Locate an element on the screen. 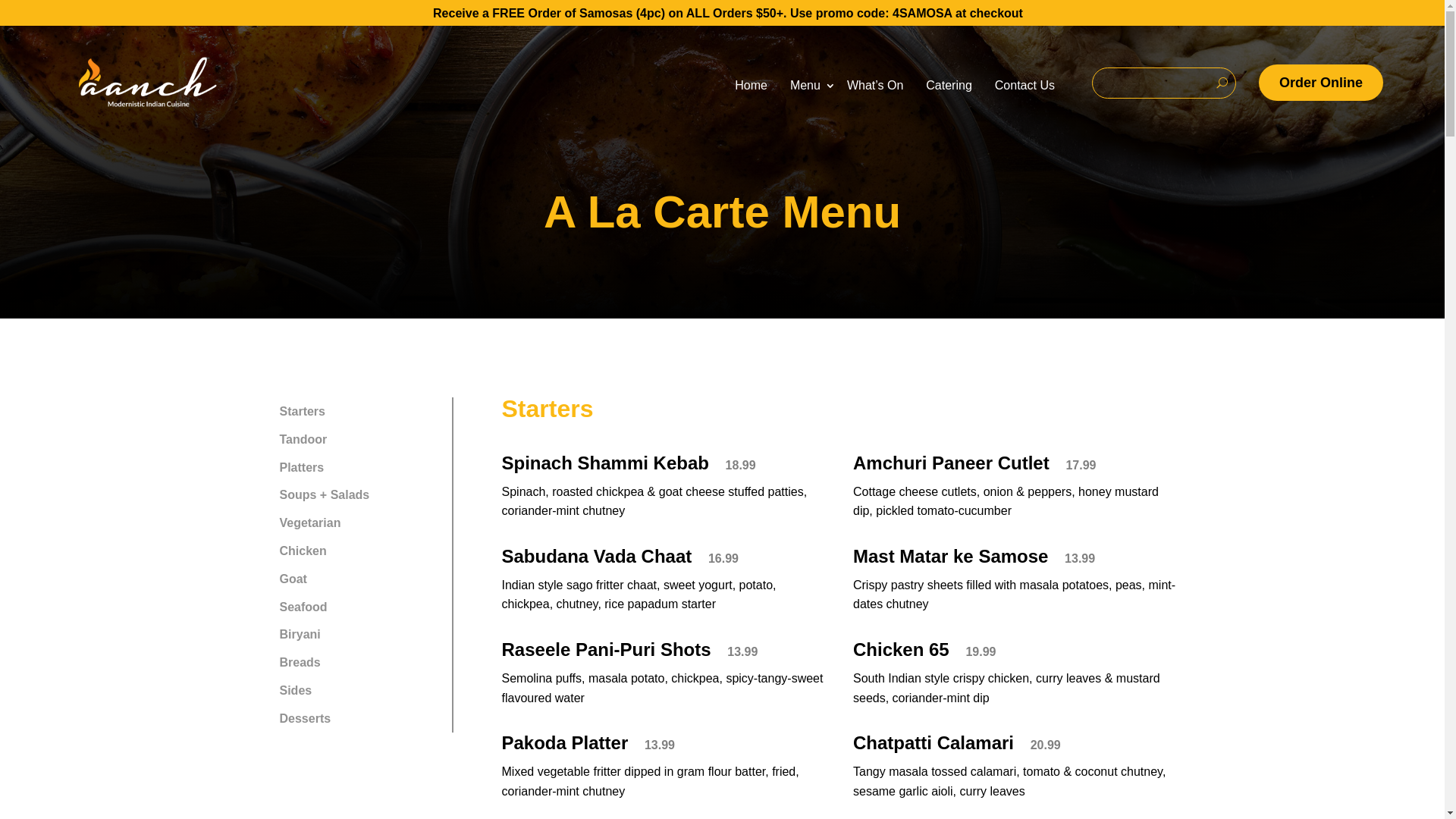 This screenshot has width=1456, height=819. 'Vegetarian' is located at coordinates (359, 522).